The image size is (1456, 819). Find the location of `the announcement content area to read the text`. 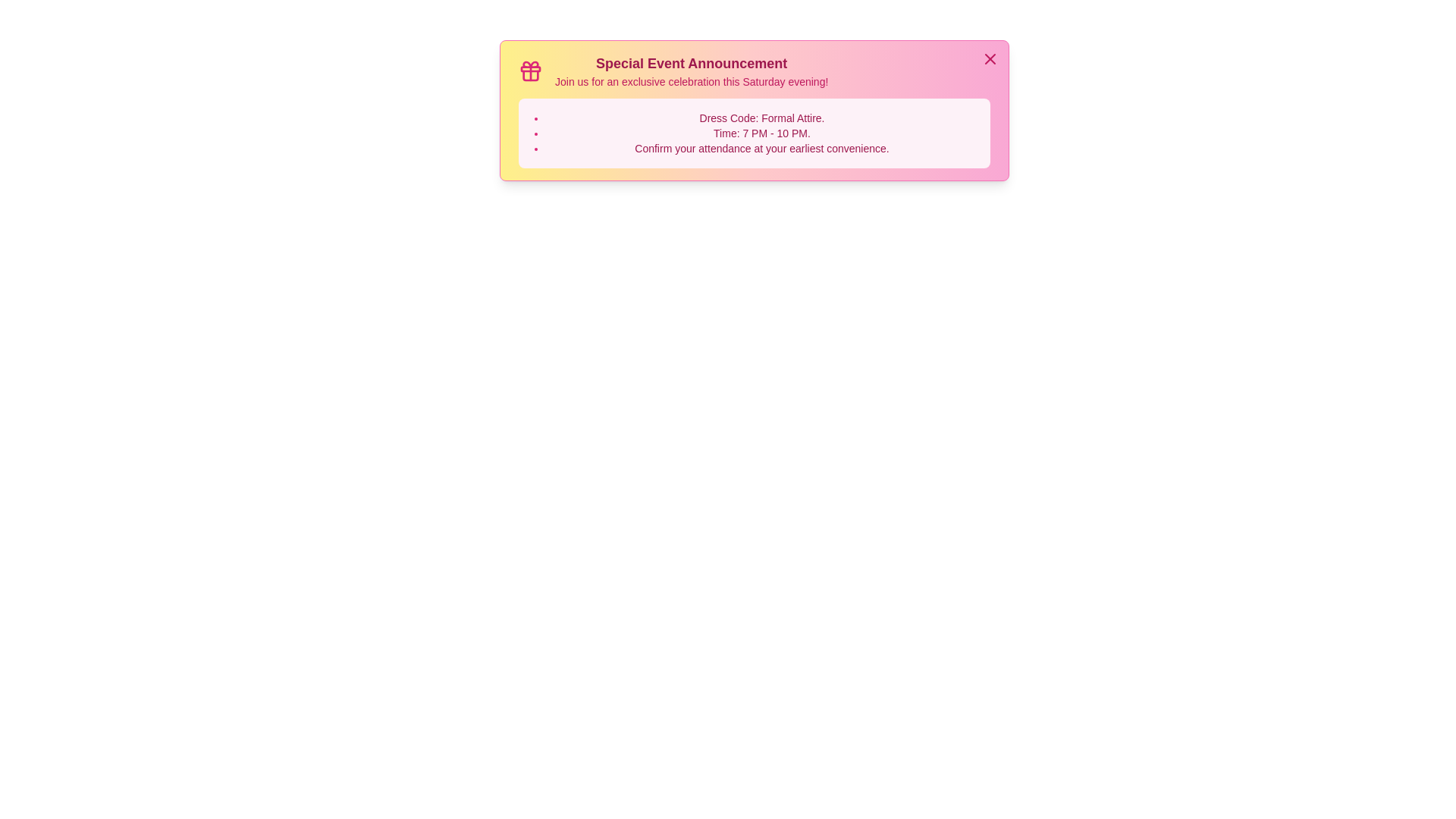

the announcement content area to read the text is located at coordinates (754, 110).